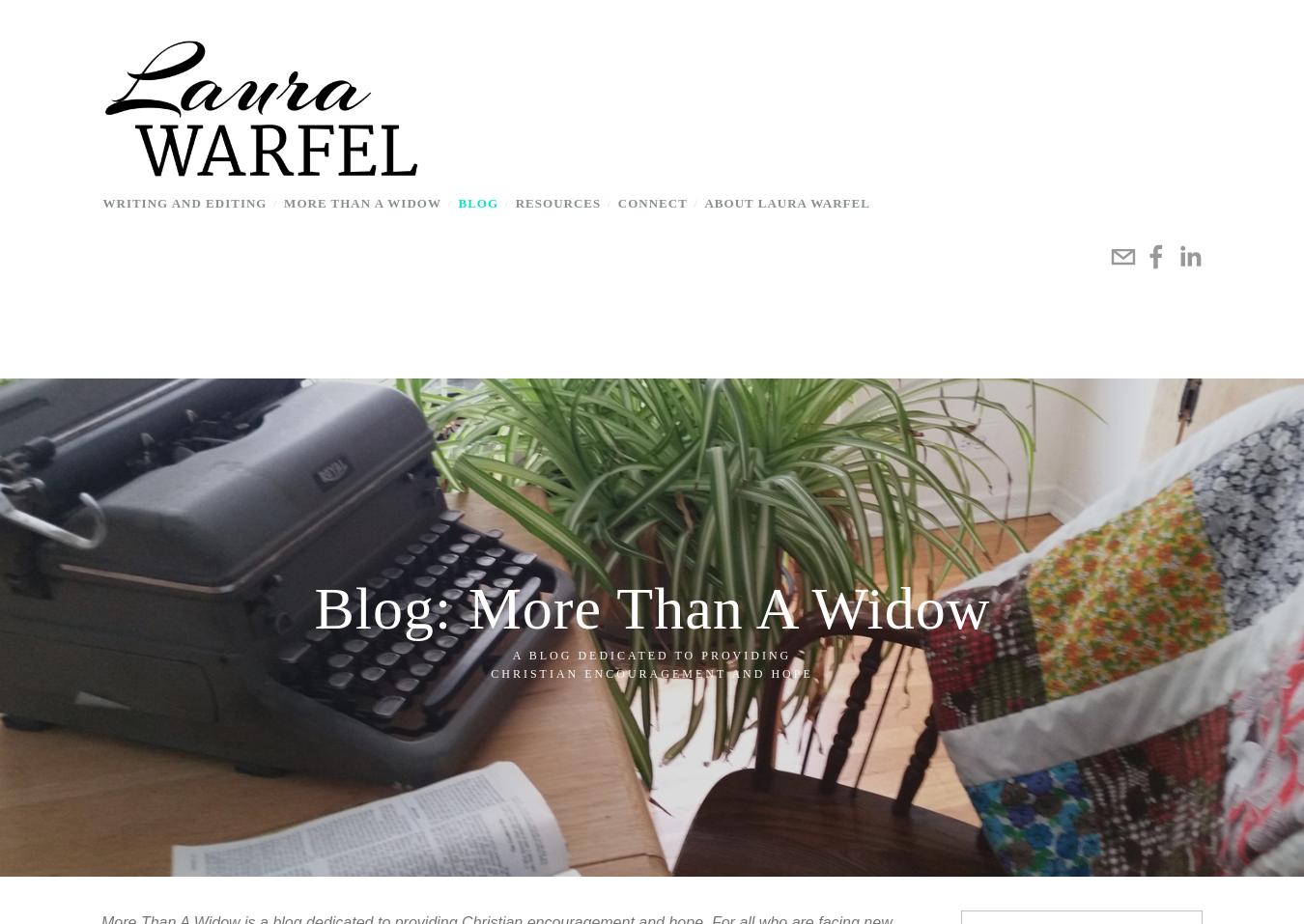 This screenshot has width=1304, height=924. What do you see at coordinates (456, 201) in the screenshot?
I see `'Blog'` at bounding box center [456, 201].